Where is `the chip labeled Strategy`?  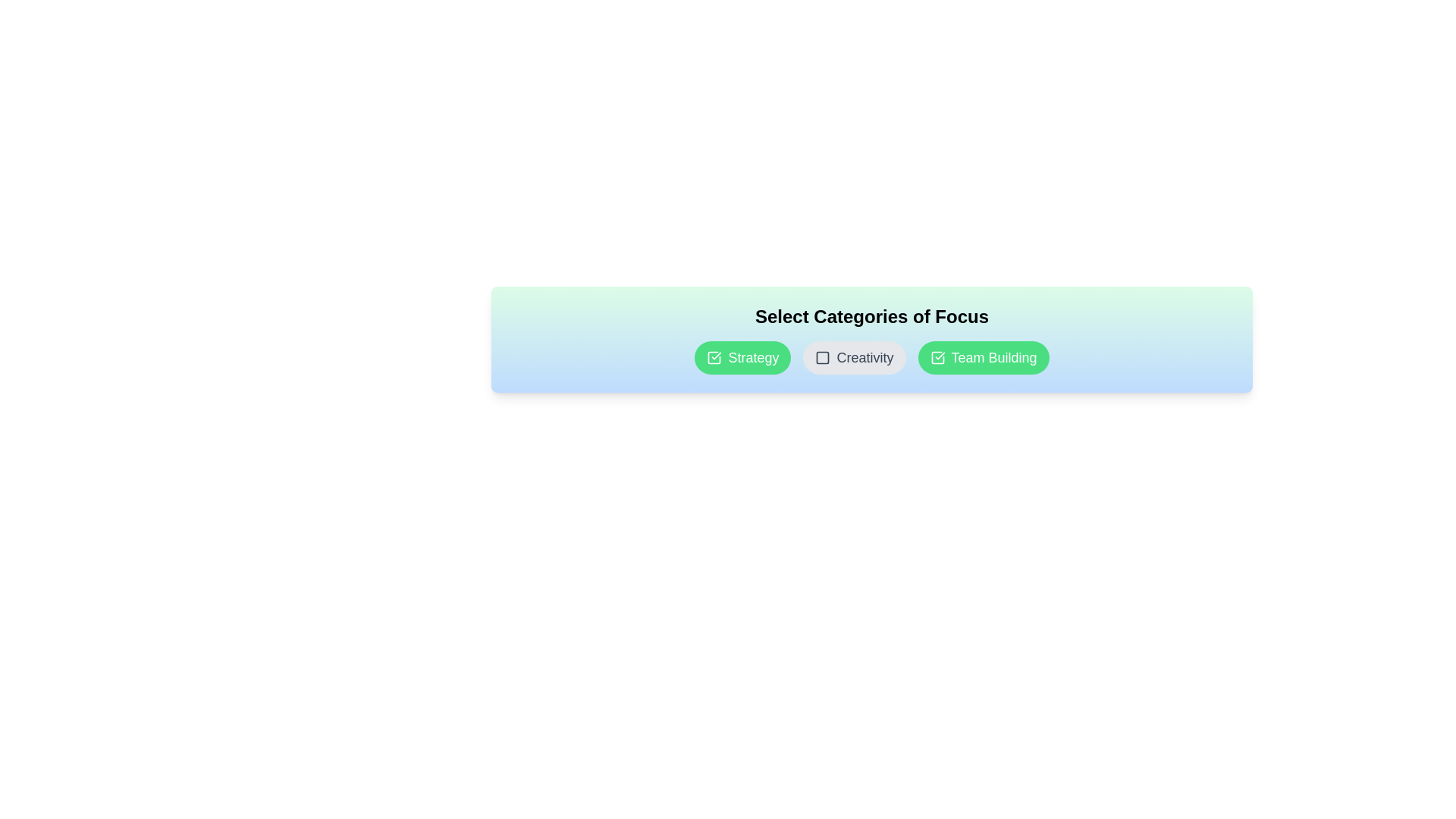
the chip labeled Strategy is located at coordinates (742, 357).